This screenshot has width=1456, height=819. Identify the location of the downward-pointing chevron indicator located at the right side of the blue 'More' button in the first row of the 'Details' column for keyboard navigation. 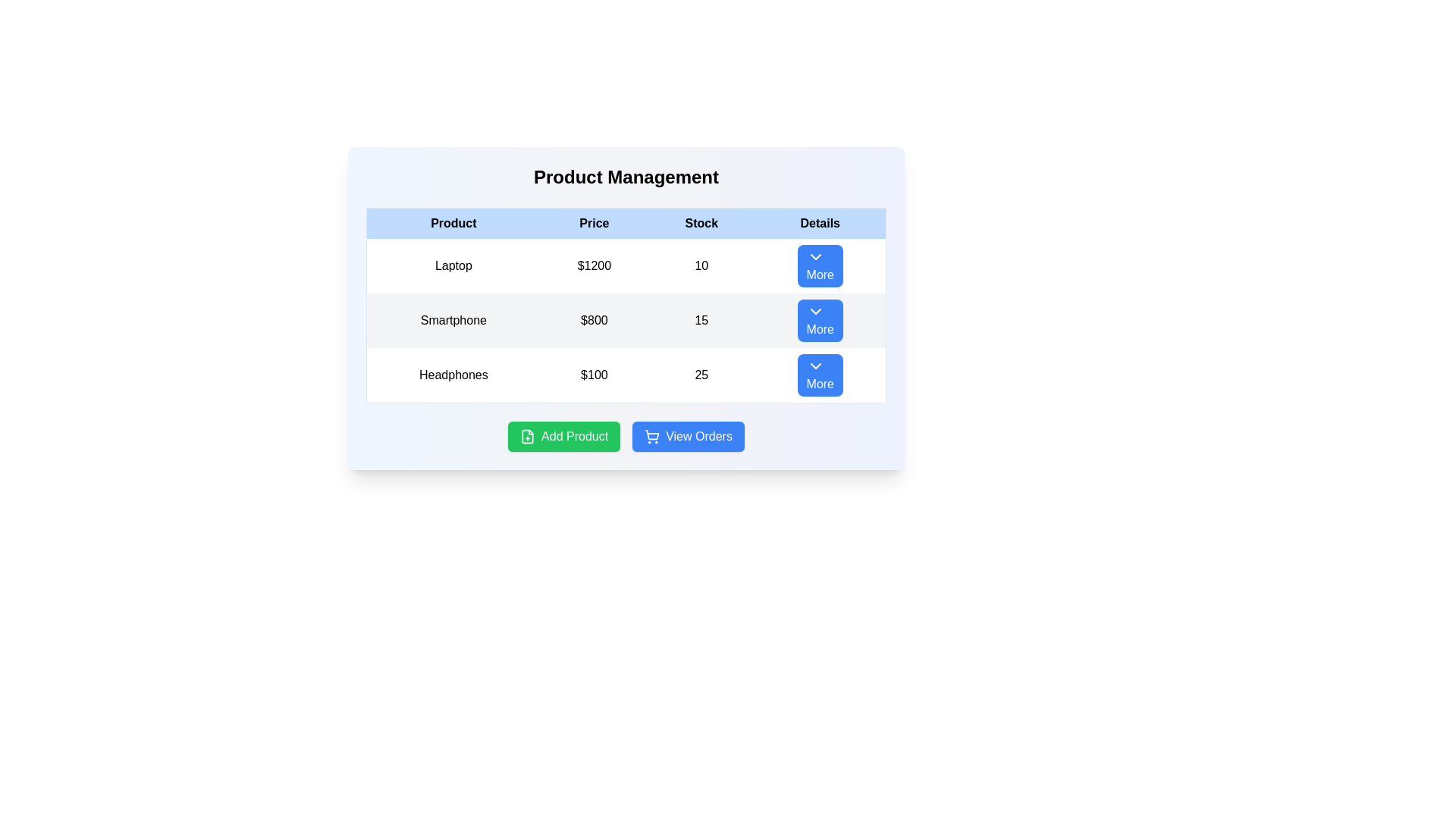
(814, 256).